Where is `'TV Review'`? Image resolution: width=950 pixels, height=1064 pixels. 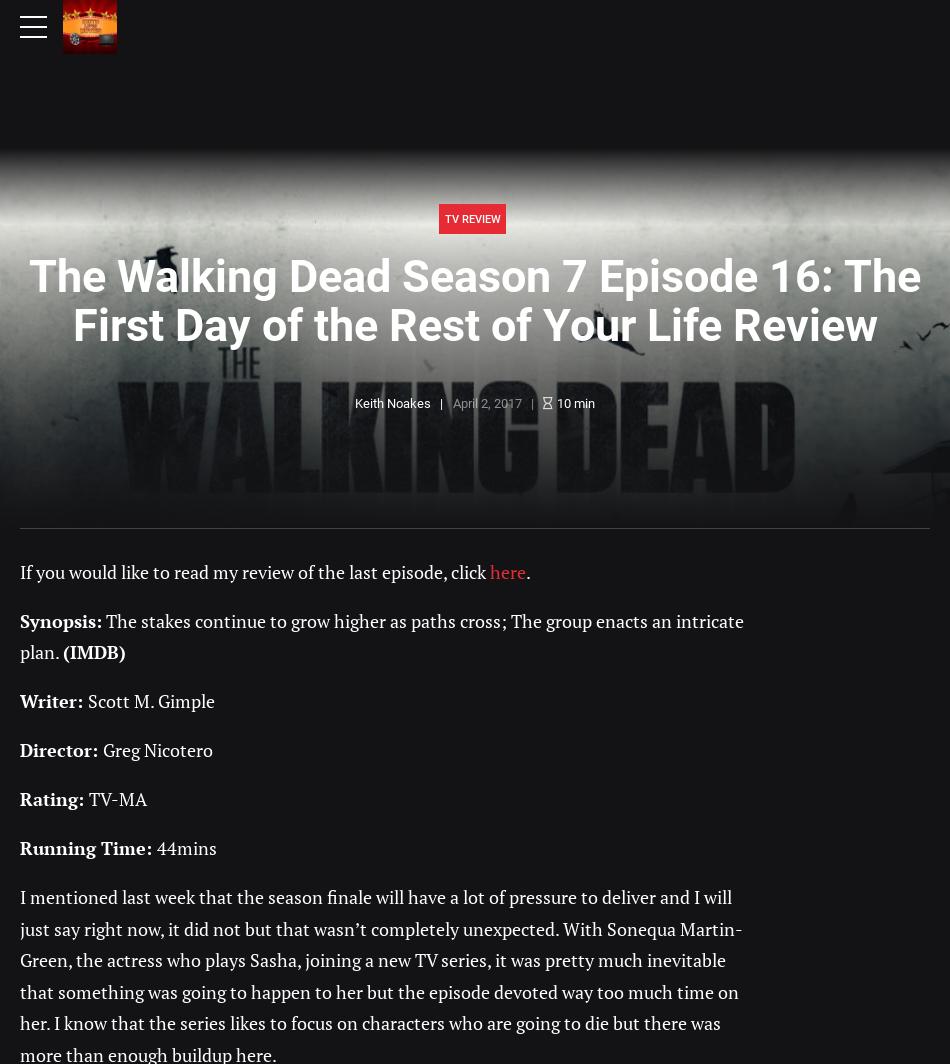 'TV Review' is located at coordinates (470, 218).